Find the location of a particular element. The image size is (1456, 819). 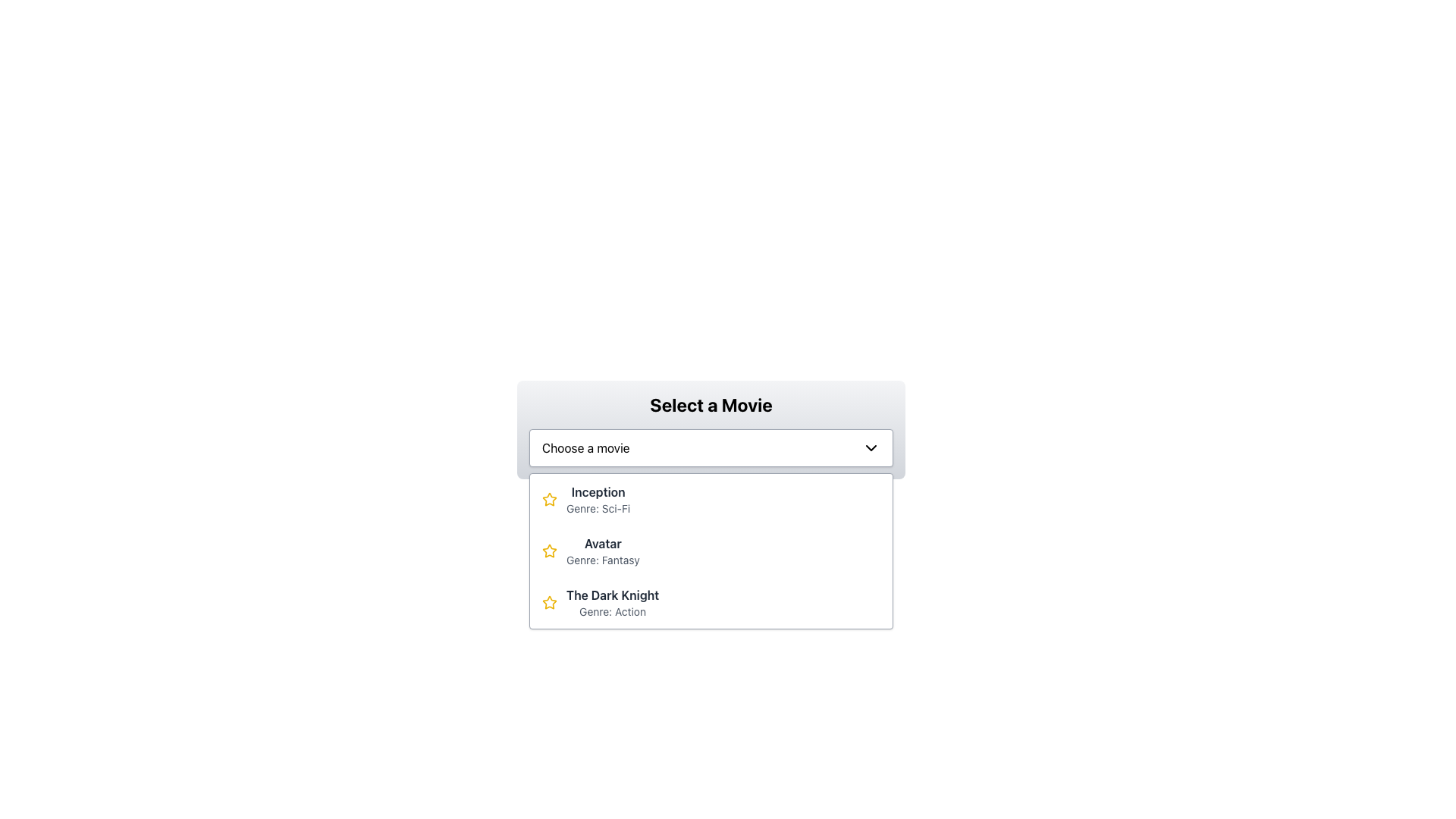

the first item in the dropdown list is located at coordinates (710, 500).